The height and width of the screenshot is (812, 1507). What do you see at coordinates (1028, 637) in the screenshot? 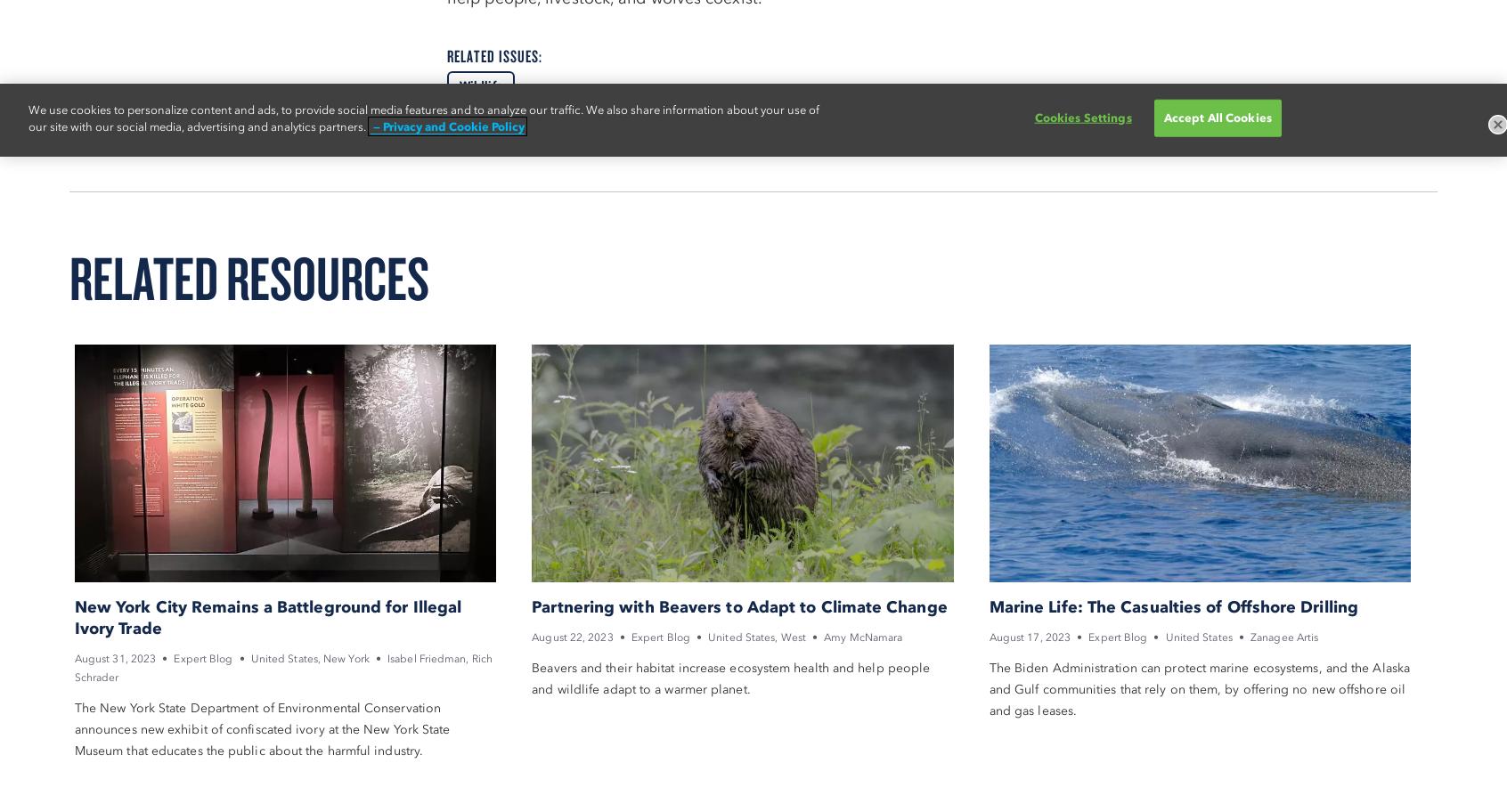
I see `'August 17, 2023'` at bounding box center [1028, 637].